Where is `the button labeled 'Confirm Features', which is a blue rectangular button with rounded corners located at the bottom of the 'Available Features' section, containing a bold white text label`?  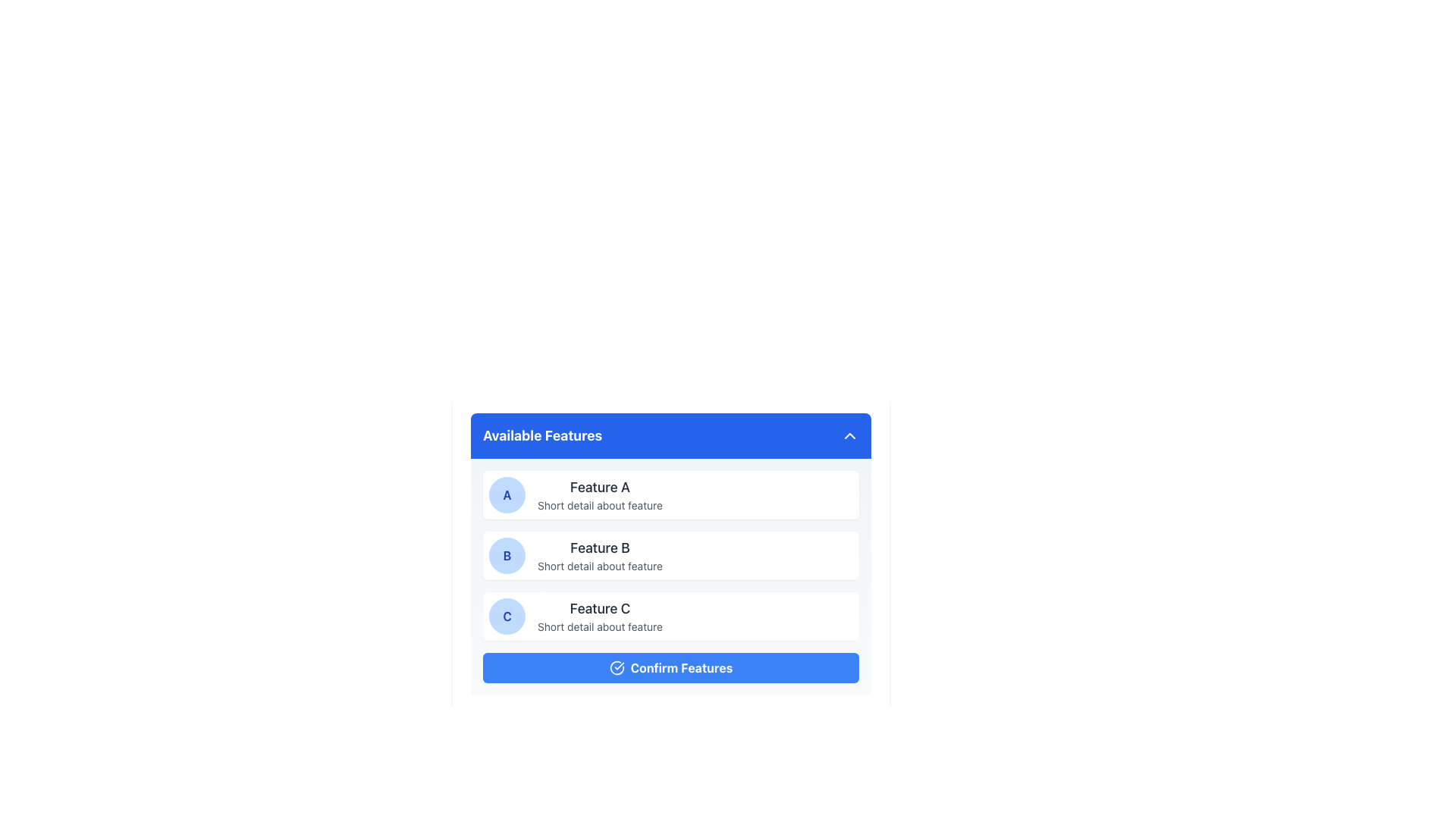 the button labeled 'Confirm Features', which is a blue rectangular button with rounded corners located at the bottom of the 'Available Features' section, containing a bold white text label is located at coordinates (680, 667).